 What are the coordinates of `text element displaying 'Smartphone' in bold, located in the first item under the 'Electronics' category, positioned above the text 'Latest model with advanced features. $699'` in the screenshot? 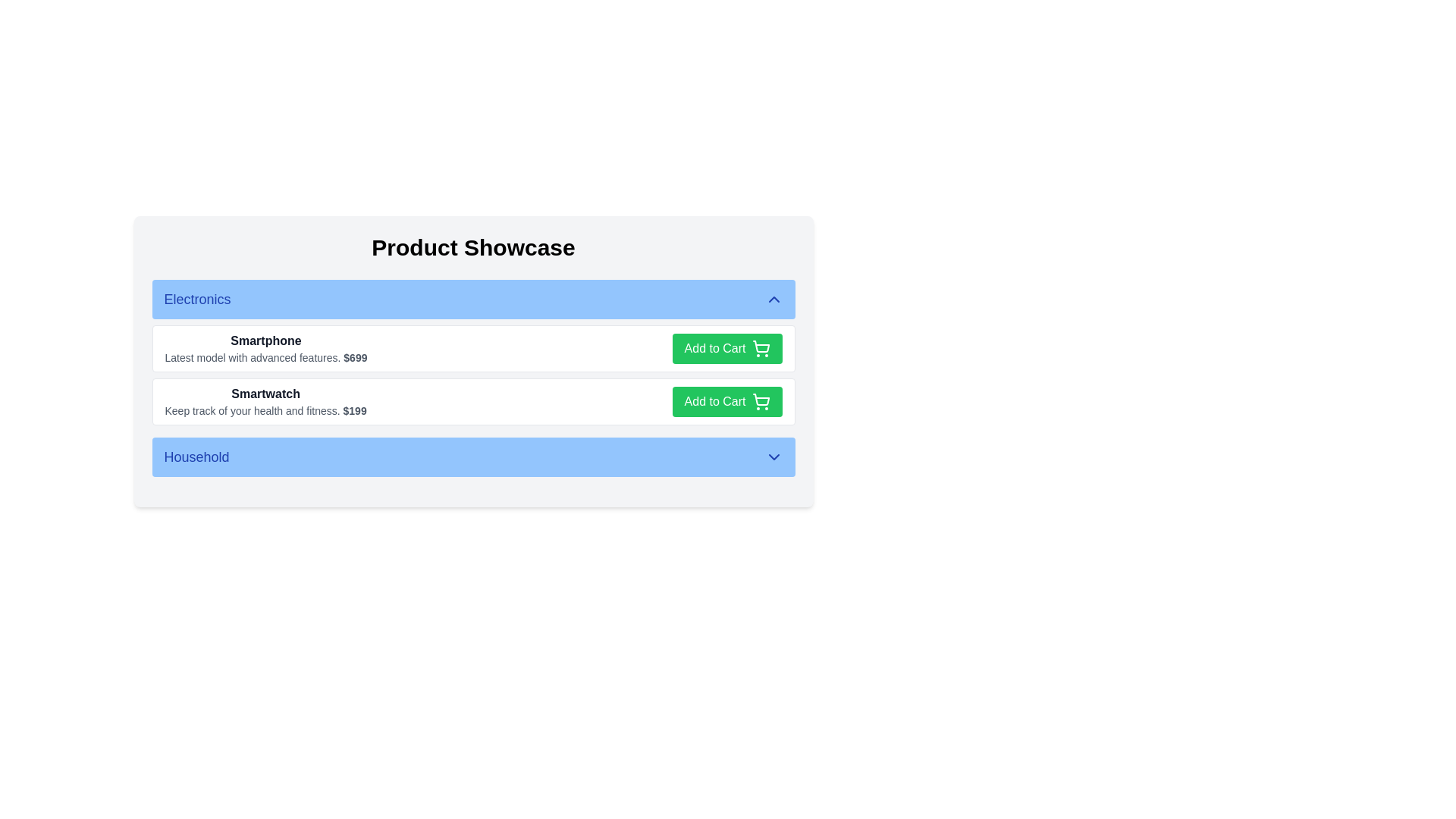 It's located at (265, 341).